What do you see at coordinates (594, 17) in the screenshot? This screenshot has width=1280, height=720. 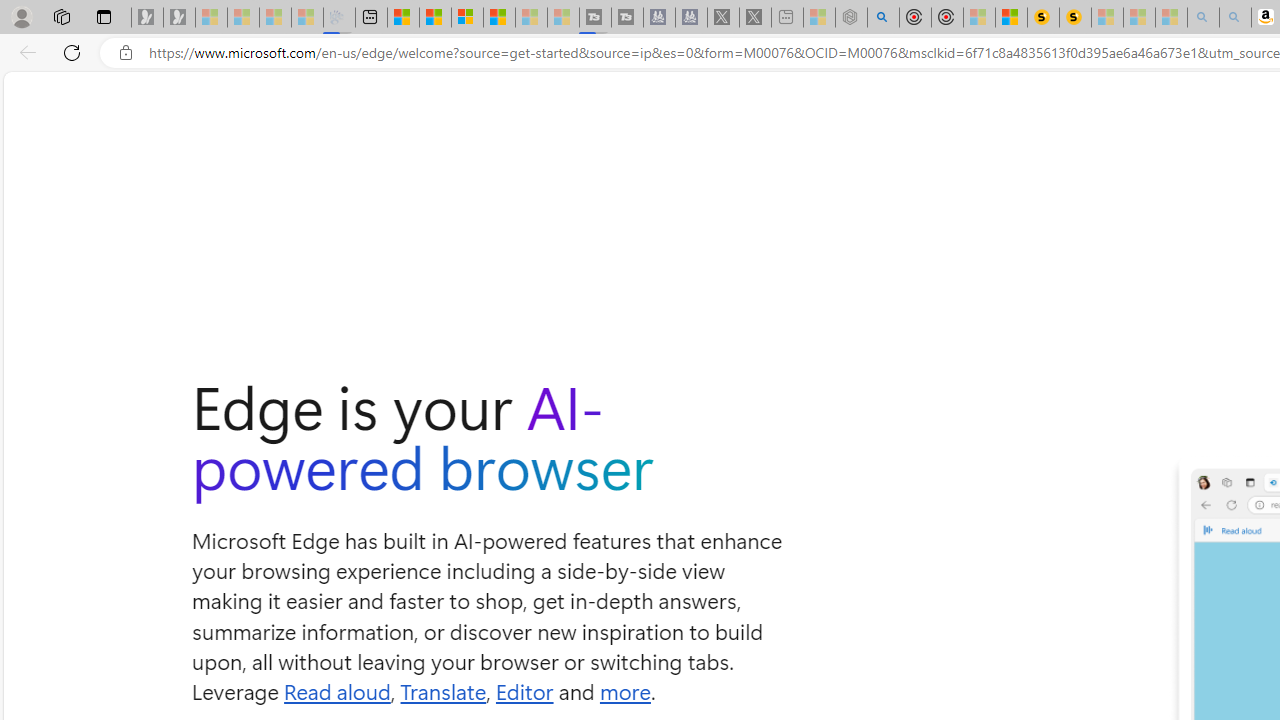 I see `'Streaming Coverage | T3 - Sleeping'` at bounding box center [594, 17].